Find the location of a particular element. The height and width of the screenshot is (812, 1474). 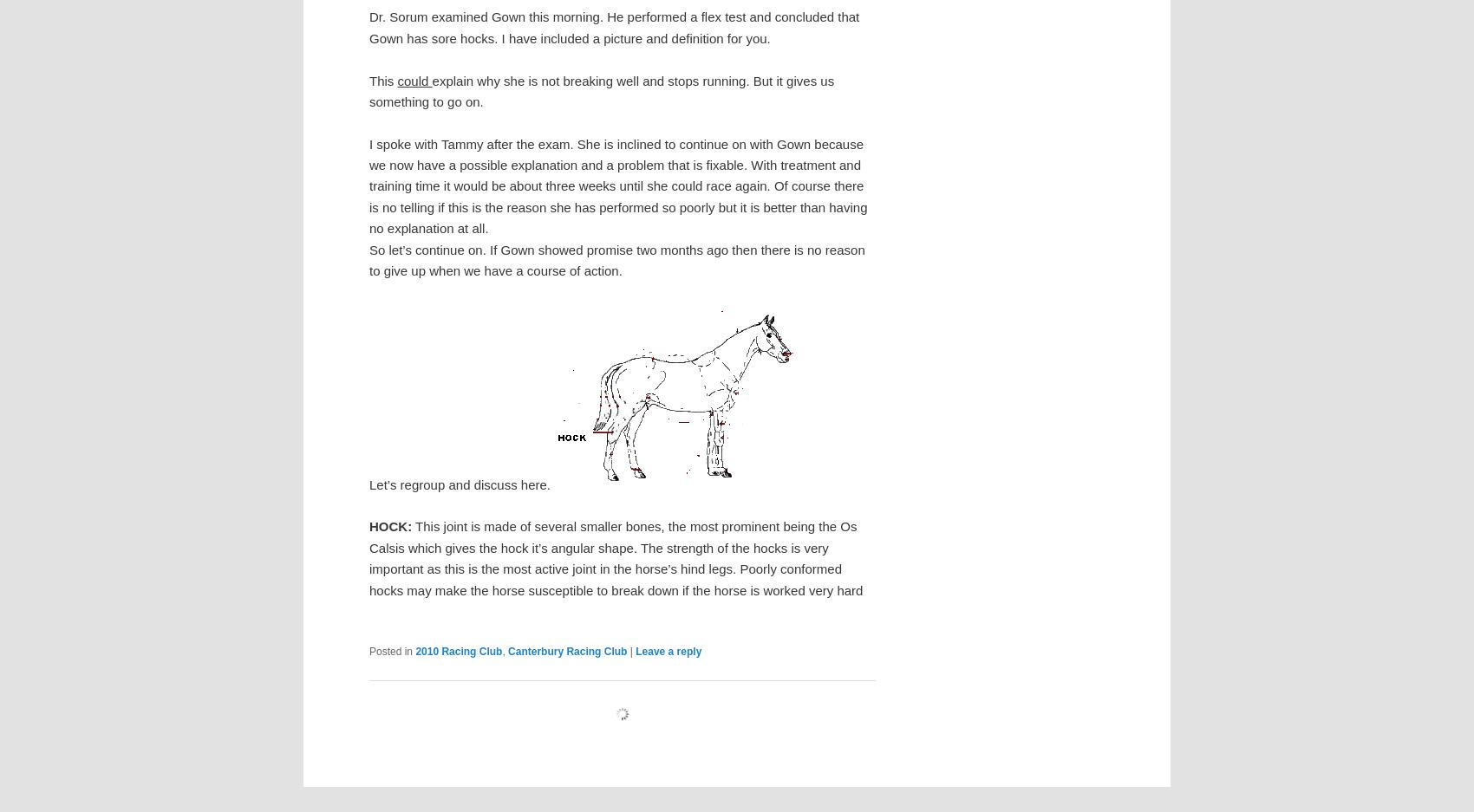

'explain why she is not breaking well and stops running. But it gives us something to go on.' is located at coordinates (601, 89).